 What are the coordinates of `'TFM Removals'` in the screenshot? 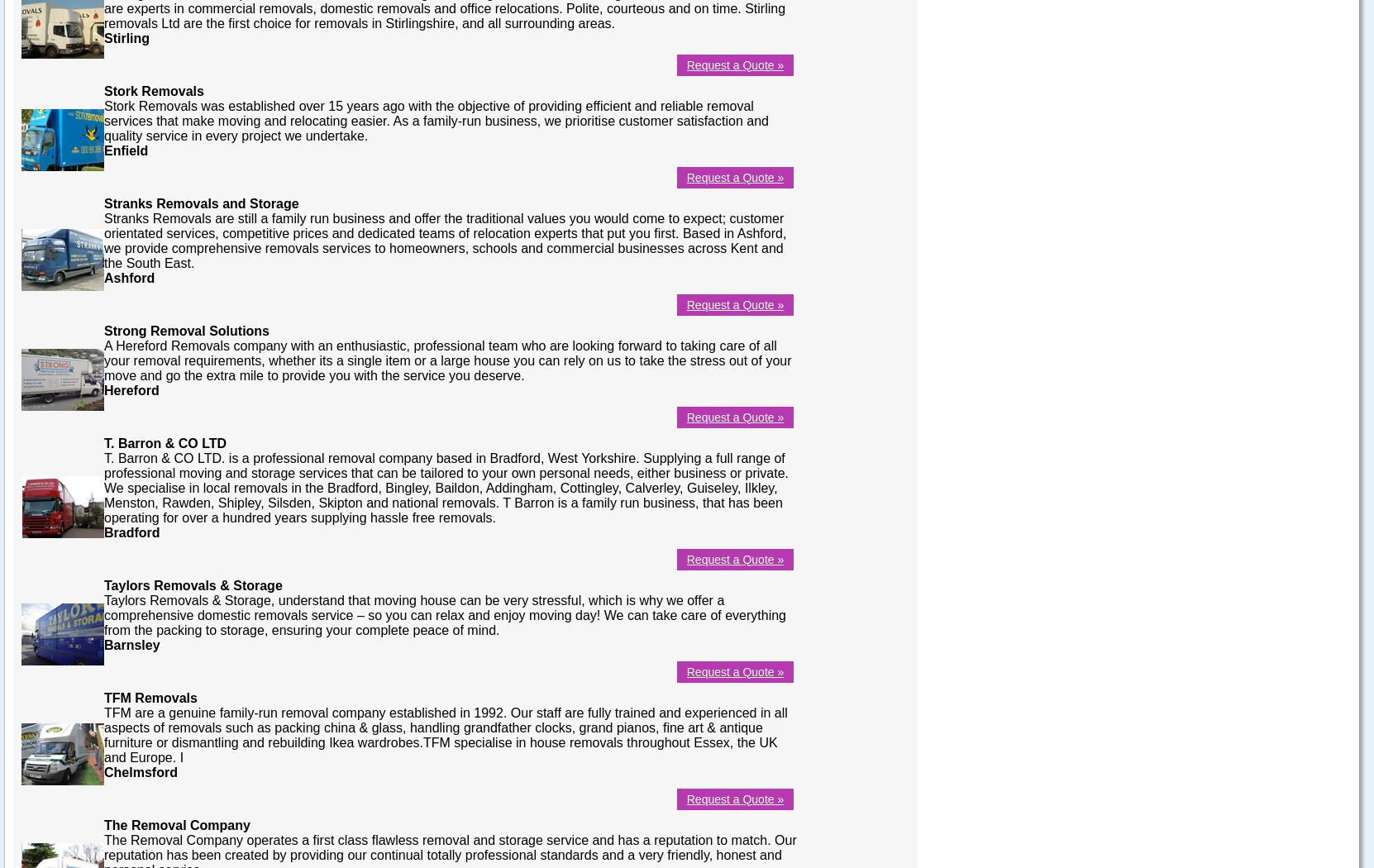 It's located at (103, 697).